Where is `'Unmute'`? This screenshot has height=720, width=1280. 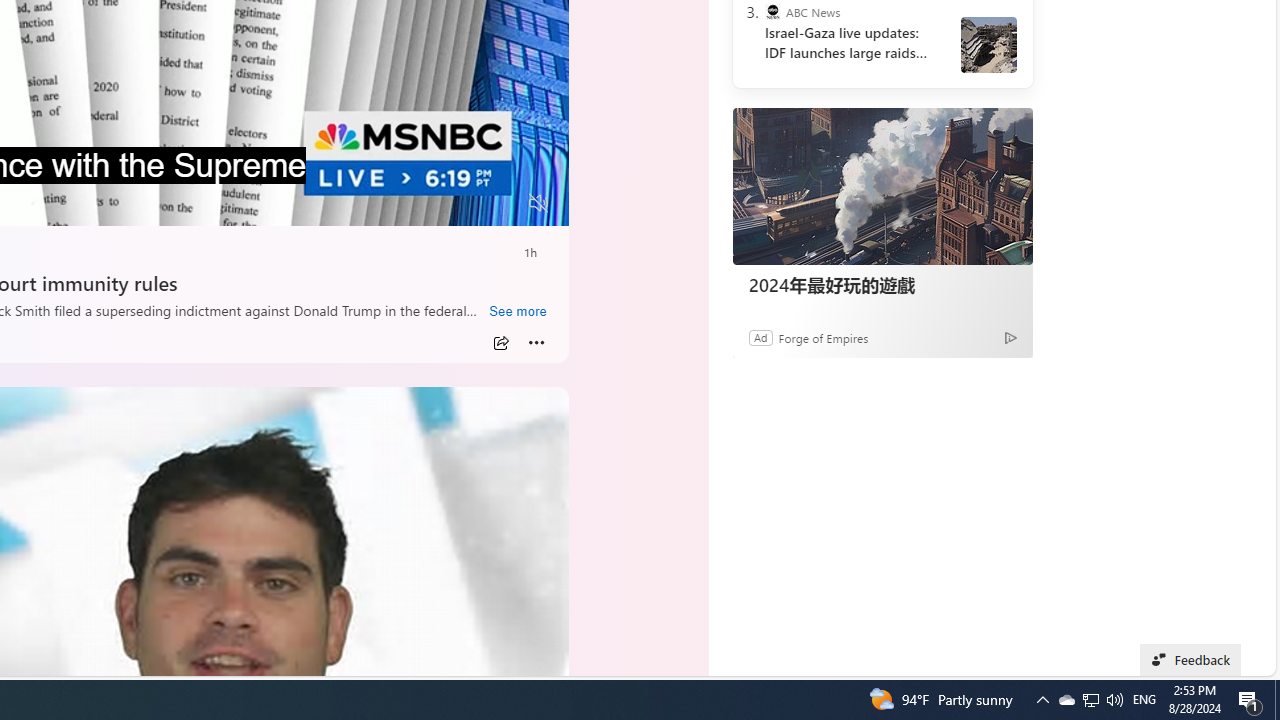 'Unmute' is located at coordinates (538, 203).